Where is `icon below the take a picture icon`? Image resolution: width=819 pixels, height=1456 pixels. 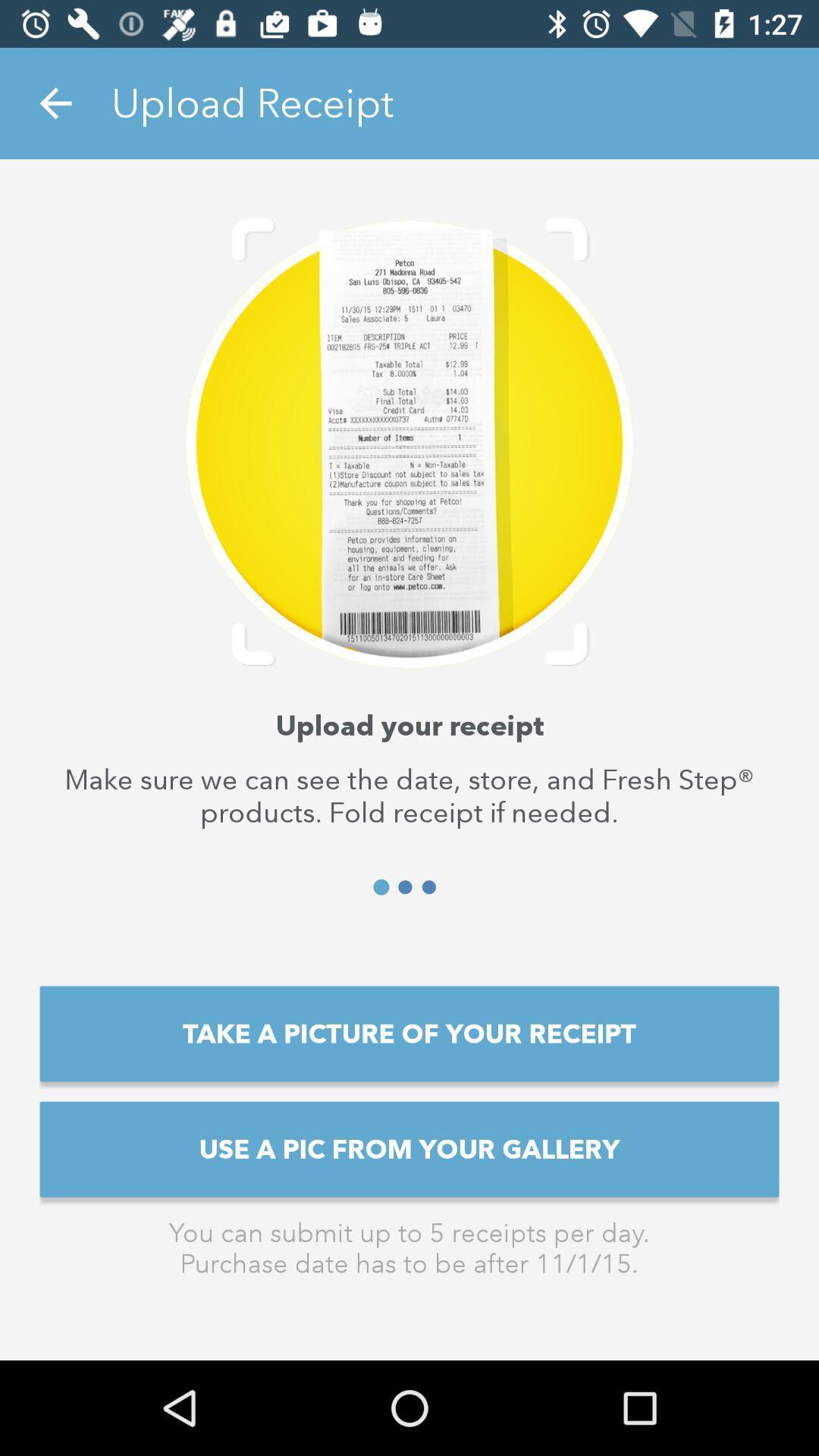 icon below the take a picture icon is located at coordinates (409, 1149).